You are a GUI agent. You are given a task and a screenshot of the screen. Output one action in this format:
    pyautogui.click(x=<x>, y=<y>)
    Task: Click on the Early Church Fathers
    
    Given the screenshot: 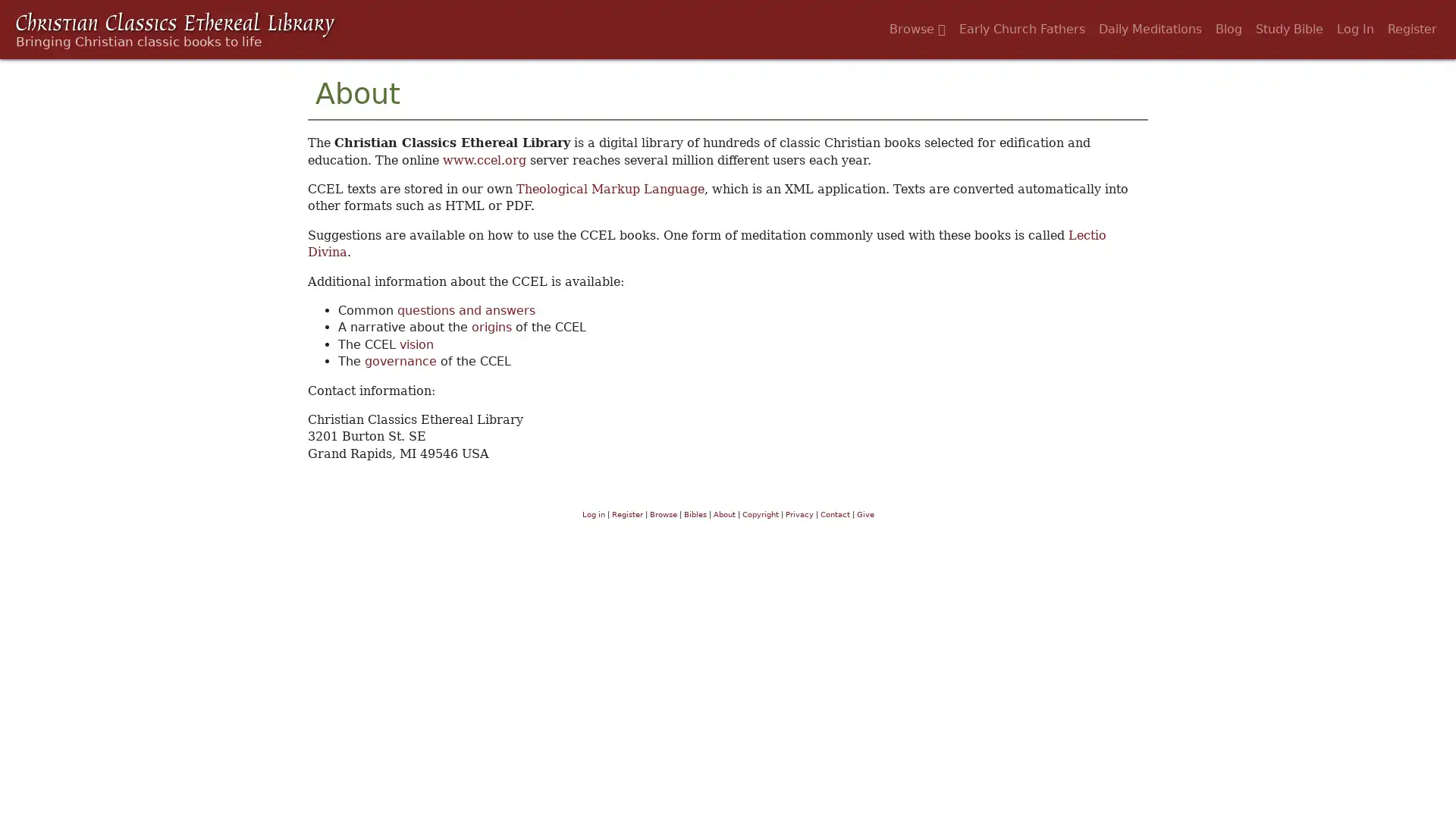 What is the action you would take?
    pyautogui.click(x=1022, y=29)
    